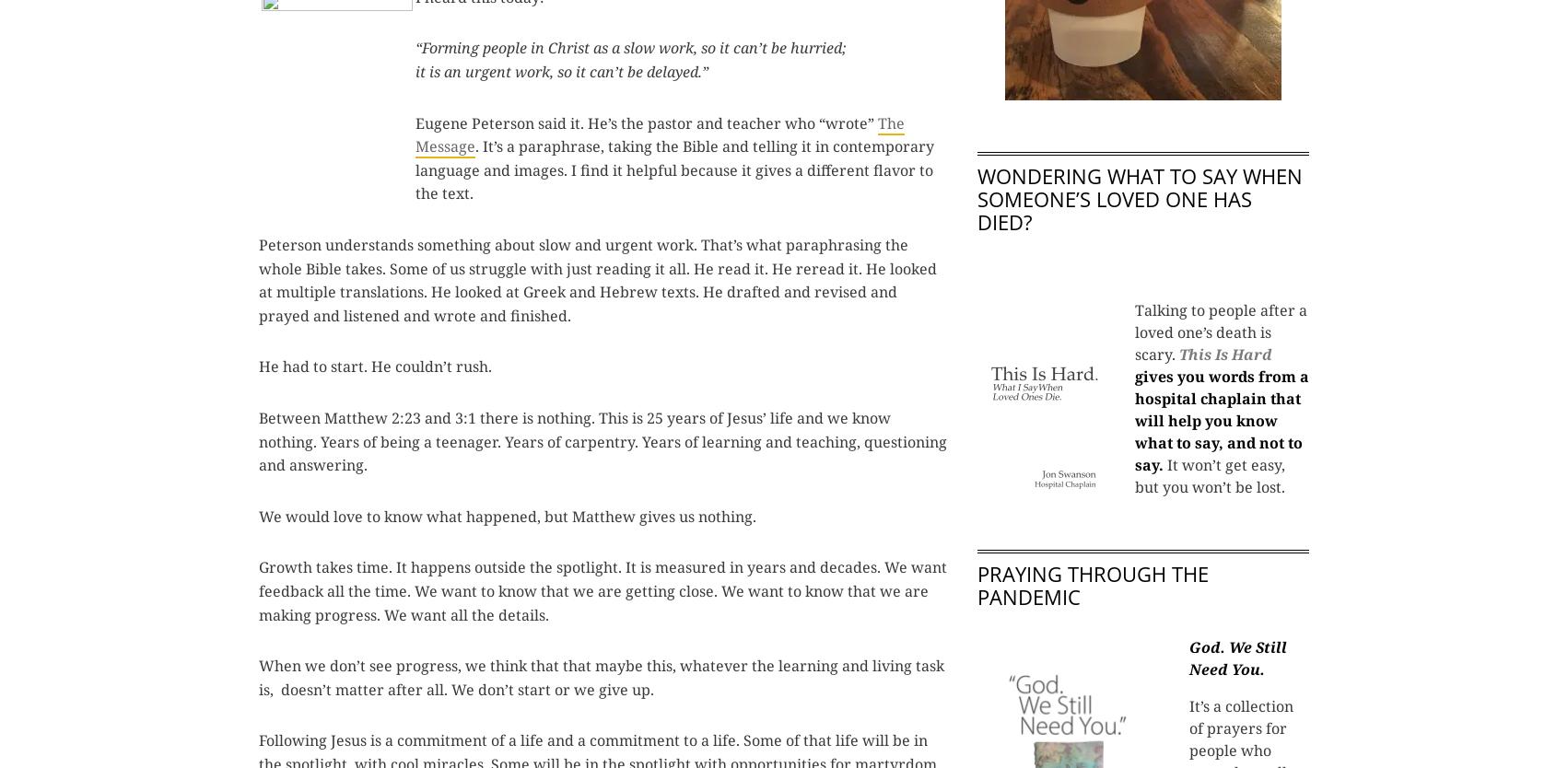 This screenshot has width=1568, height=768. What do you see at coordinates (1237, 657) in the screenshot?
I see `'God. We Still Need You.'` at bounding box center [1237, 657].